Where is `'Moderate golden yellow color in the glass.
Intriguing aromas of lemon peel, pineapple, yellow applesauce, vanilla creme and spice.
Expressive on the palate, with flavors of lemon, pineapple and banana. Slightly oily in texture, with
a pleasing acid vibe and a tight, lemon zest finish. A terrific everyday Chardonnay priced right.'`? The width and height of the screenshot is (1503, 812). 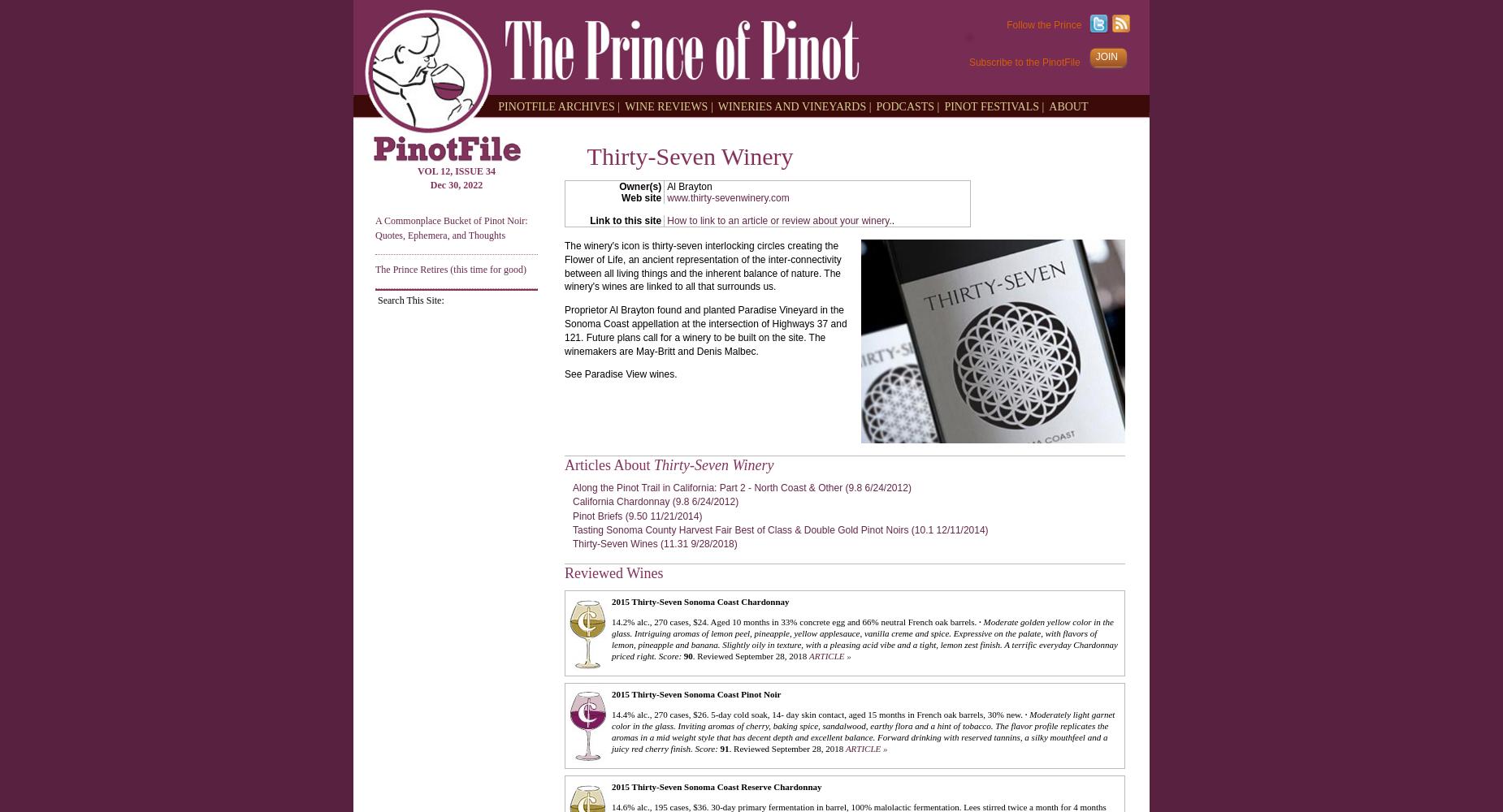 'Moderate golden yellow color in the glass.
Intriguing aromas of lemon peel, pineapple, yellow applesauce, vanilla creme and spice.
Expressive on the palate, with flavors of lemon, pineapple and banana. Slightly oily in texture, with
a pleasing acid vibe and a tight, lemon zest finish. A terrific everyday Chardonnay priced right.' is located at coordinates (863, 638).